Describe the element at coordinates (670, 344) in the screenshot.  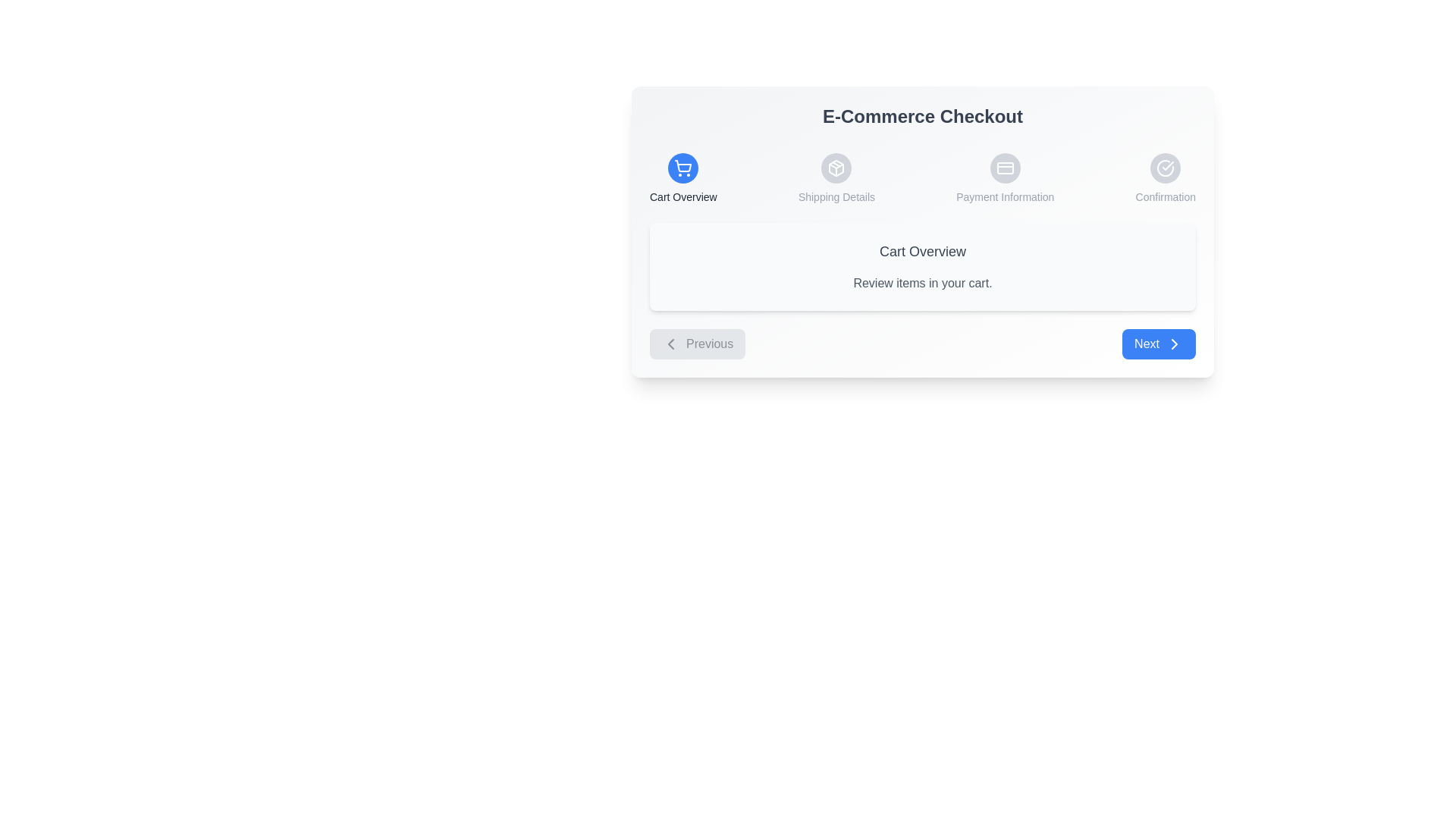
I see `the 'Previous' button icon located in the bottom-left corner of the modal dialog box, which visually indicates the direction to navigate left or back` at that location.